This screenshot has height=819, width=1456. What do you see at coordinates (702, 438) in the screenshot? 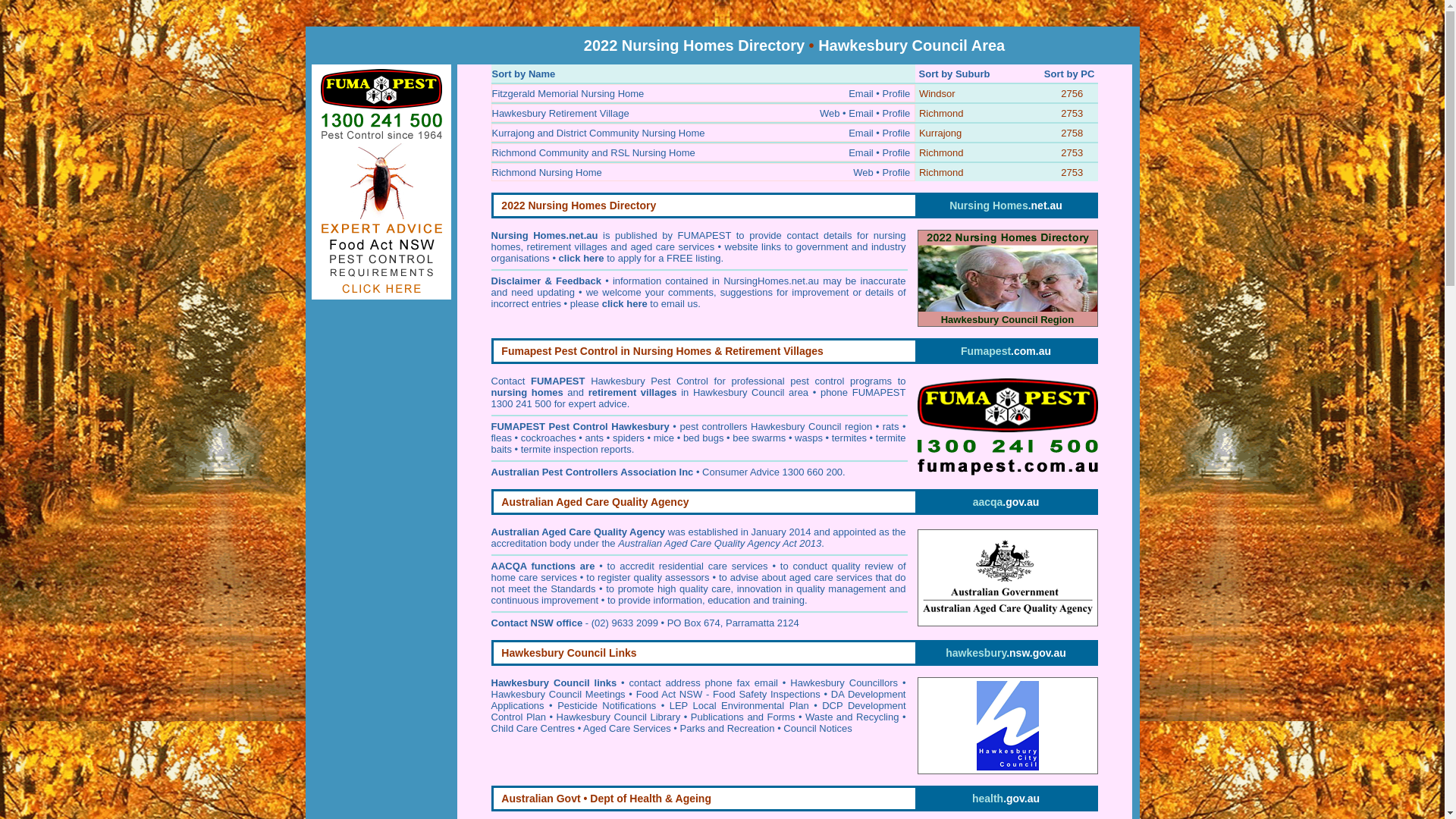
I see `'bed bugs'` at bounding box center [702, 438].